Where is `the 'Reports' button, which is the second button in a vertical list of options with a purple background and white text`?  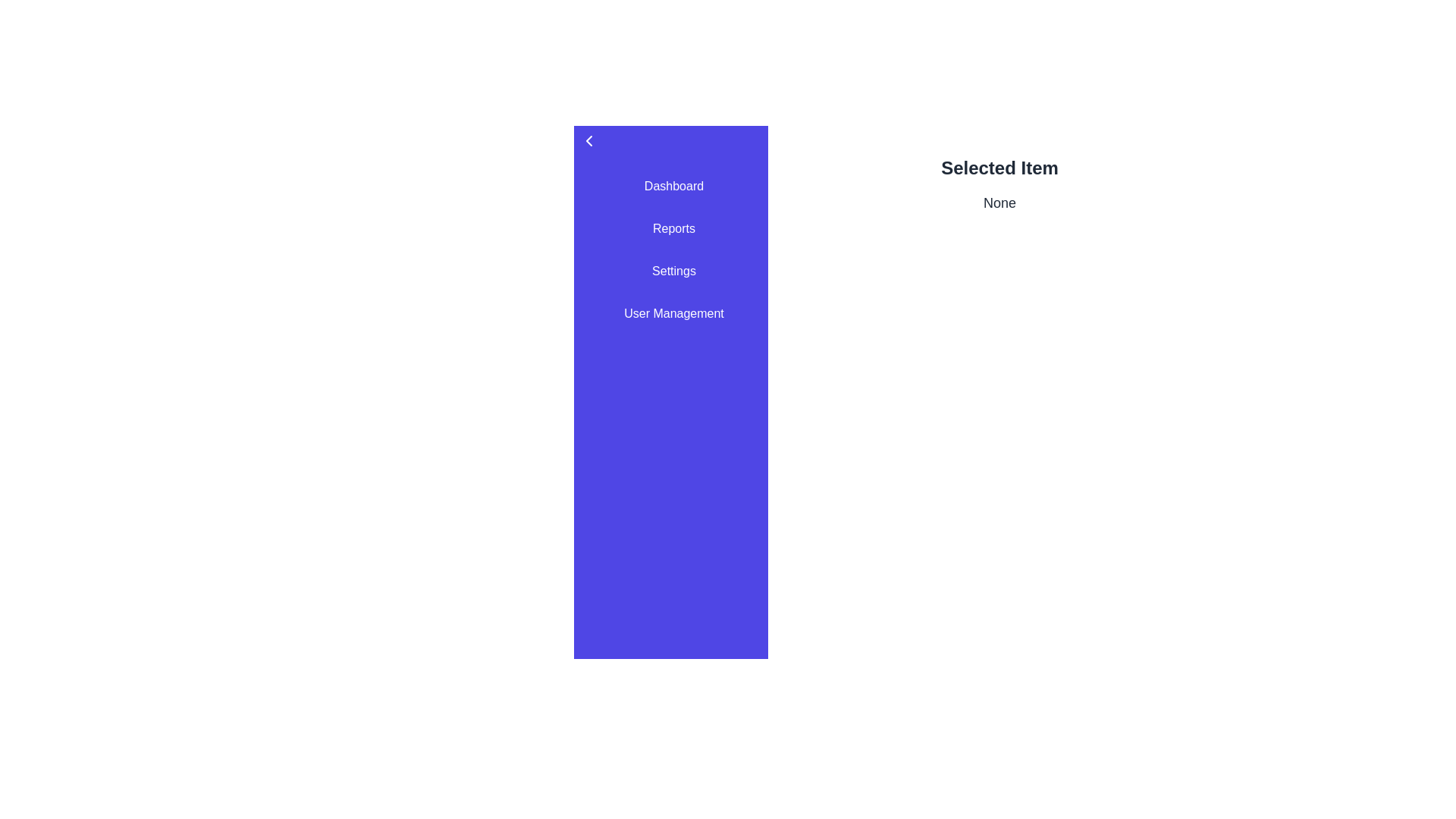 the 'Reports' button, which is the second button in a vertical list of options with a purple background and white text is located at coordinates (673, 228).